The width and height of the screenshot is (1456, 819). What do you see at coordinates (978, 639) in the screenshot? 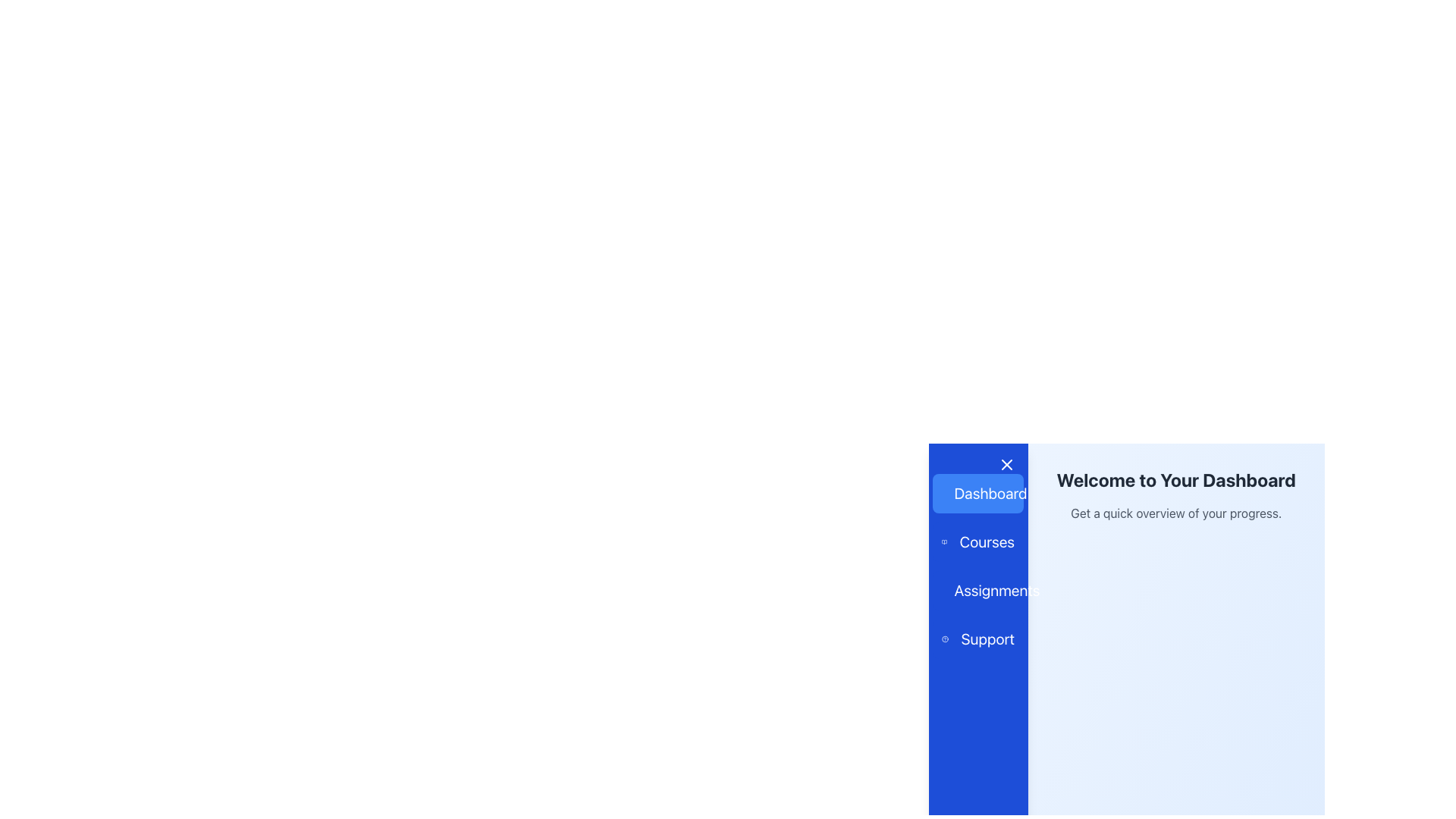
I see `the 'Support' button, which has a blue background and white text, located in the vertical menu as the last item below 'Assignments'` at bounding box center [978, 639].